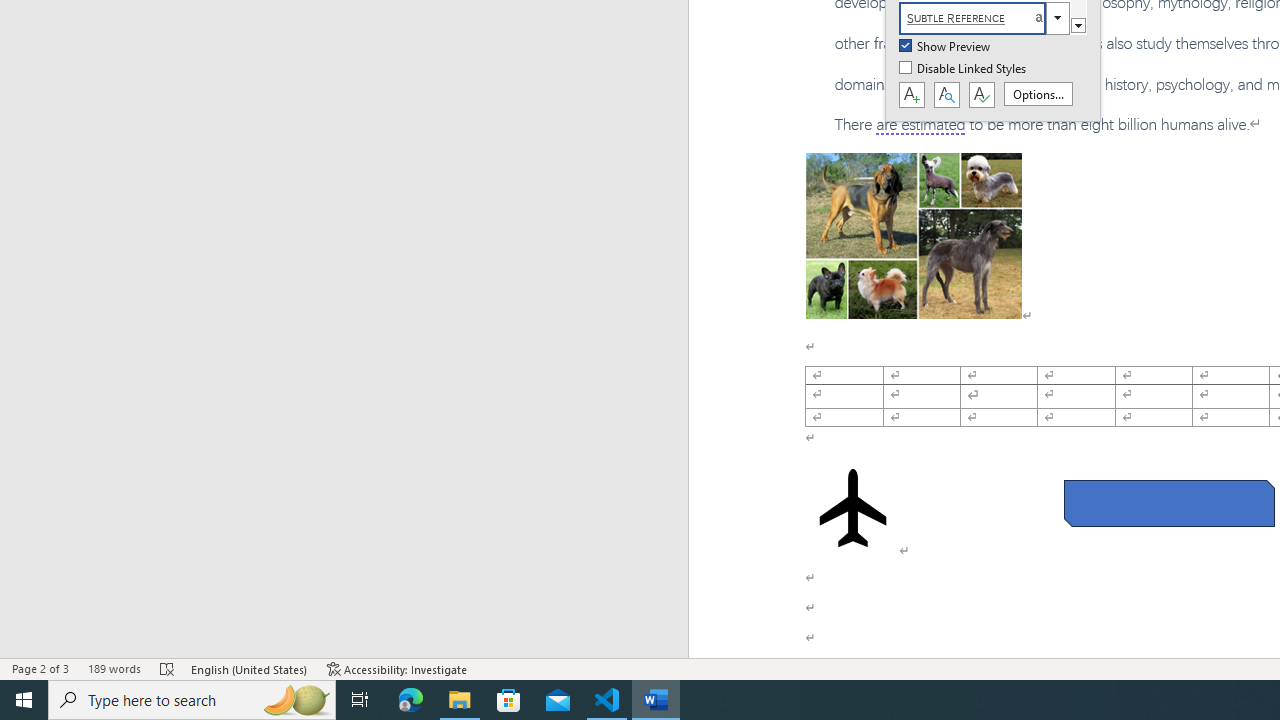  What do you see at coordinates (964, 68) in the screenshot?
I see `'Disable Linked Styles'` at bounding box center [964, 68].